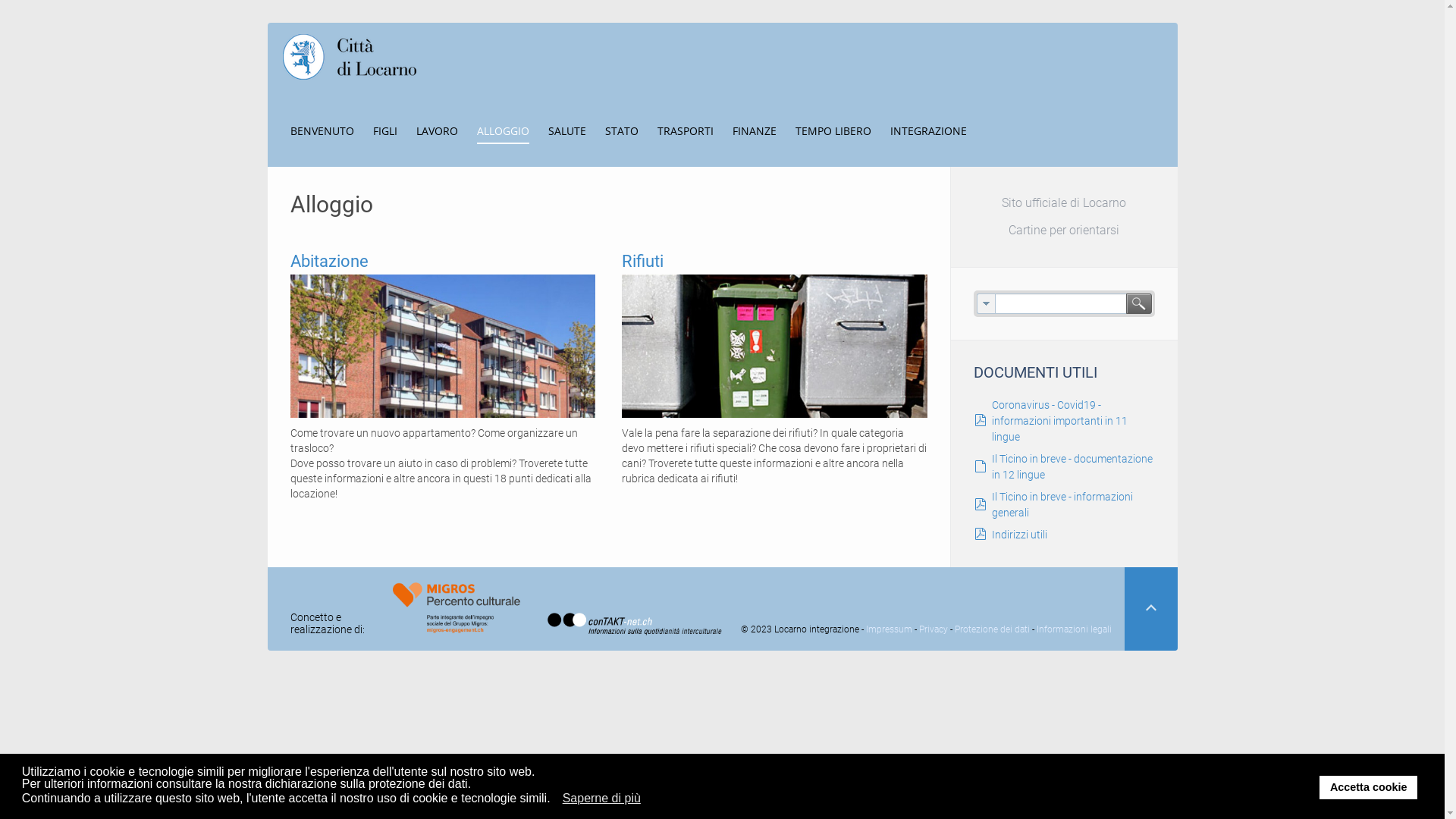  Describe the element at coordinates (1073, 629) in the screenshot. I see `'Informazioni legali'` at that location.